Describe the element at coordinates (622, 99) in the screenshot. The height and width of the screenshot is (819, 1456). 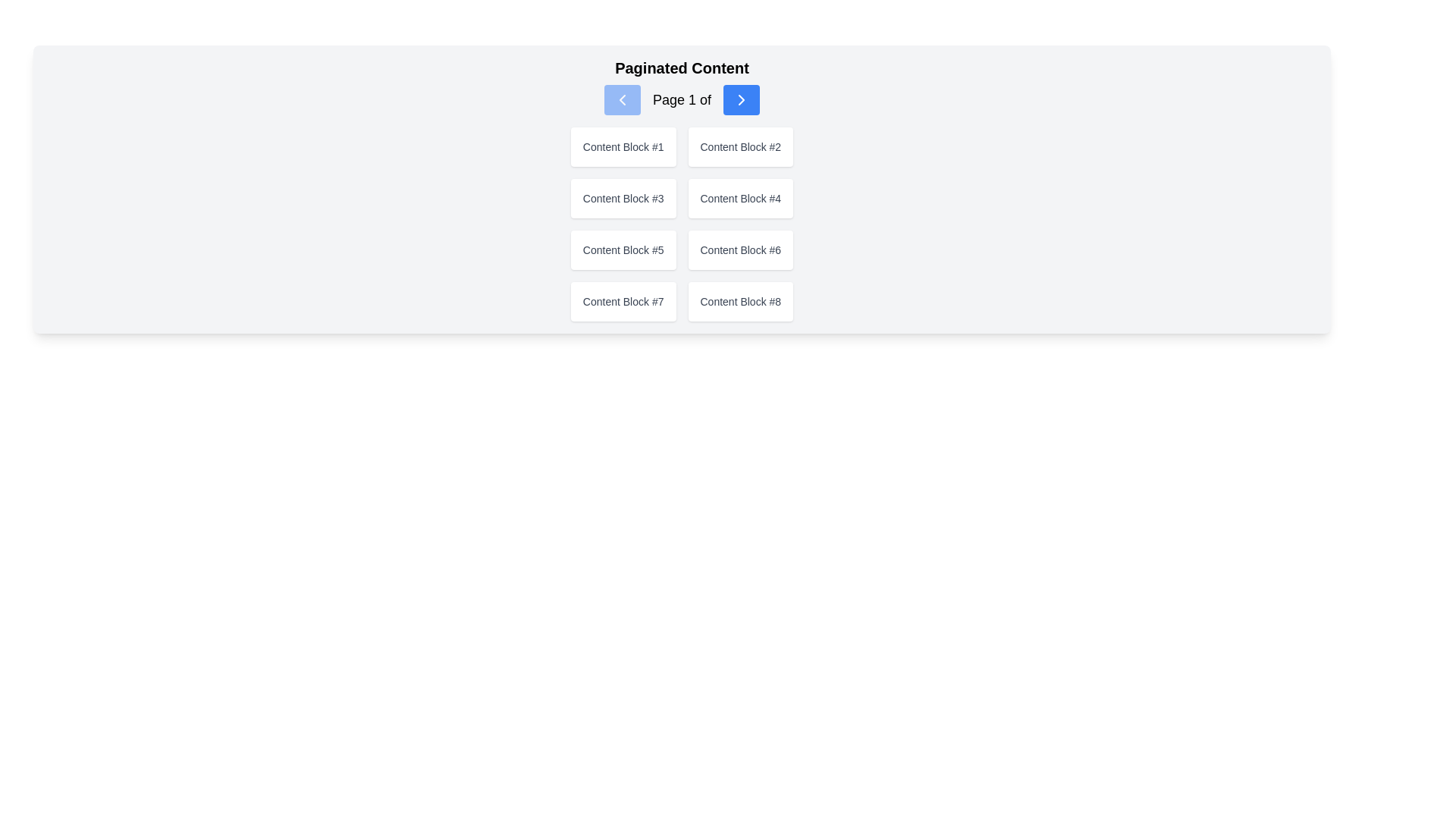
I see `the previous page button located at the leftmost position of the pagination component` at that location.